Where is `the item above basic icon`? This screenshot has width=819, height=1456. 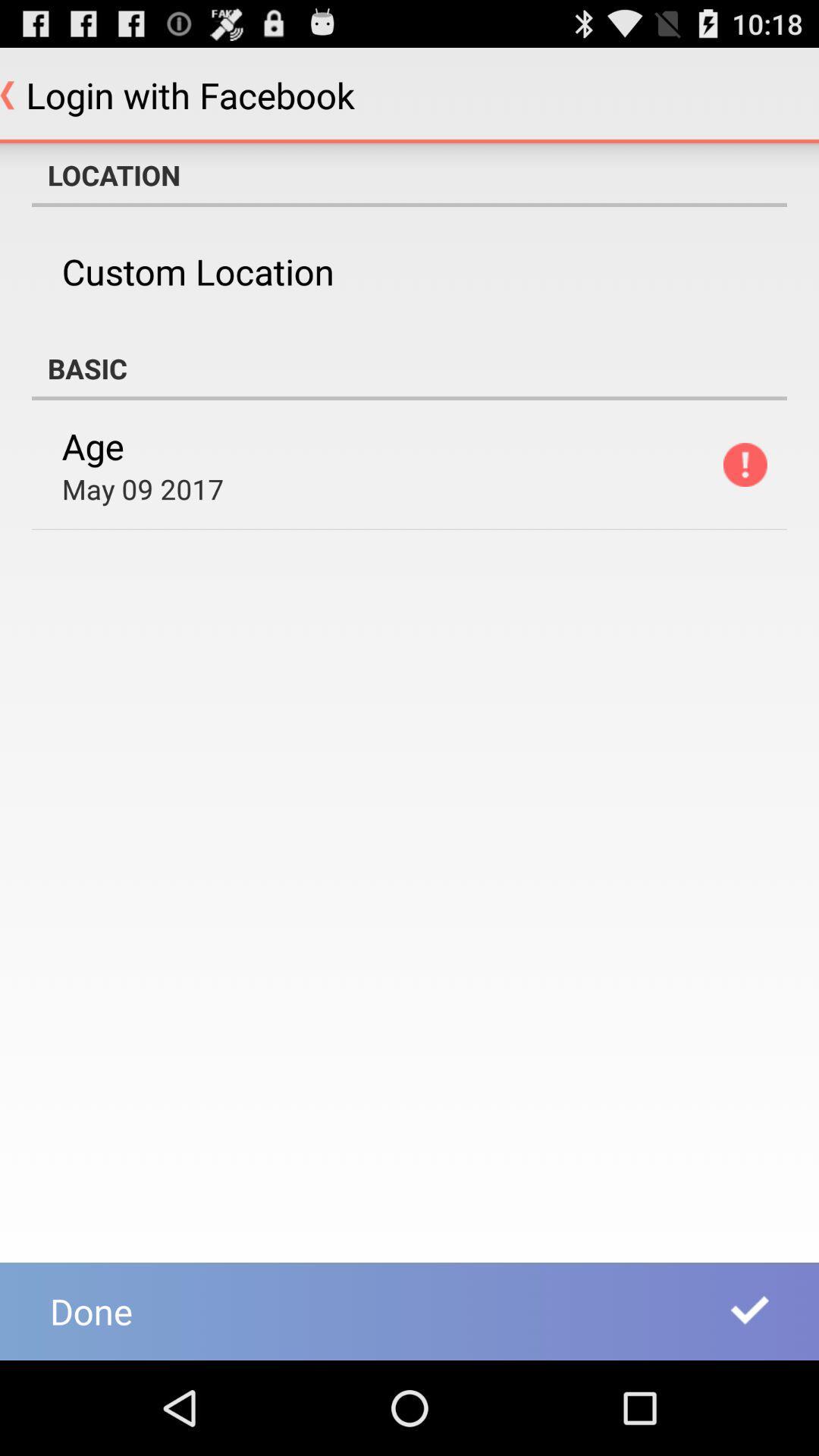 the item above basic icon is located at coordinates (197, 271).